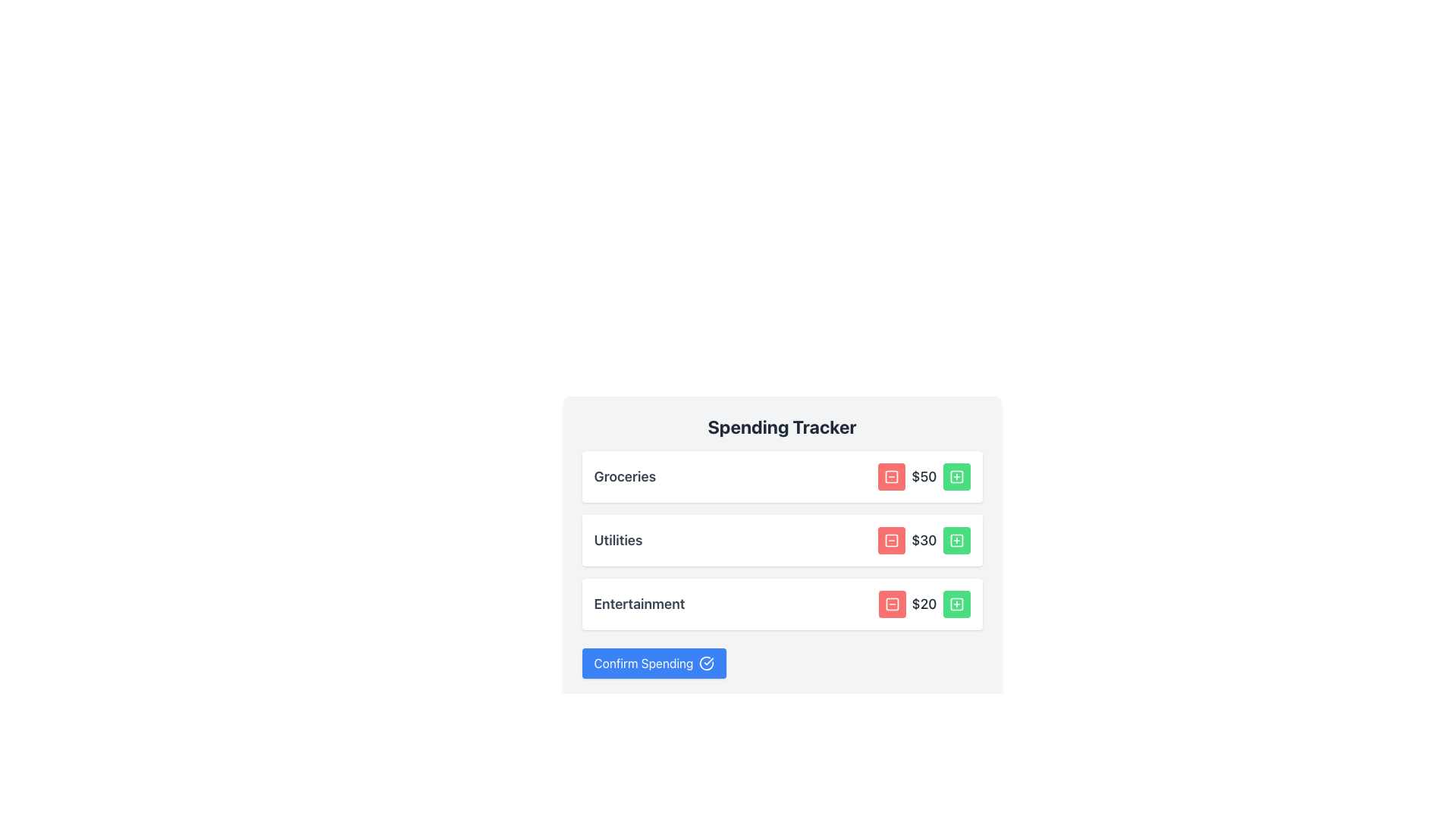 This screenshot has height=819, width=1456. What do you see at coordinates (892, 475) in the screenshot?
I see `the red square minus button located in the Spending Tracker interface, which is positioned to the right of the 'Groceries' label and to the left of the '$50' amount` at bounding box center [892, 475].